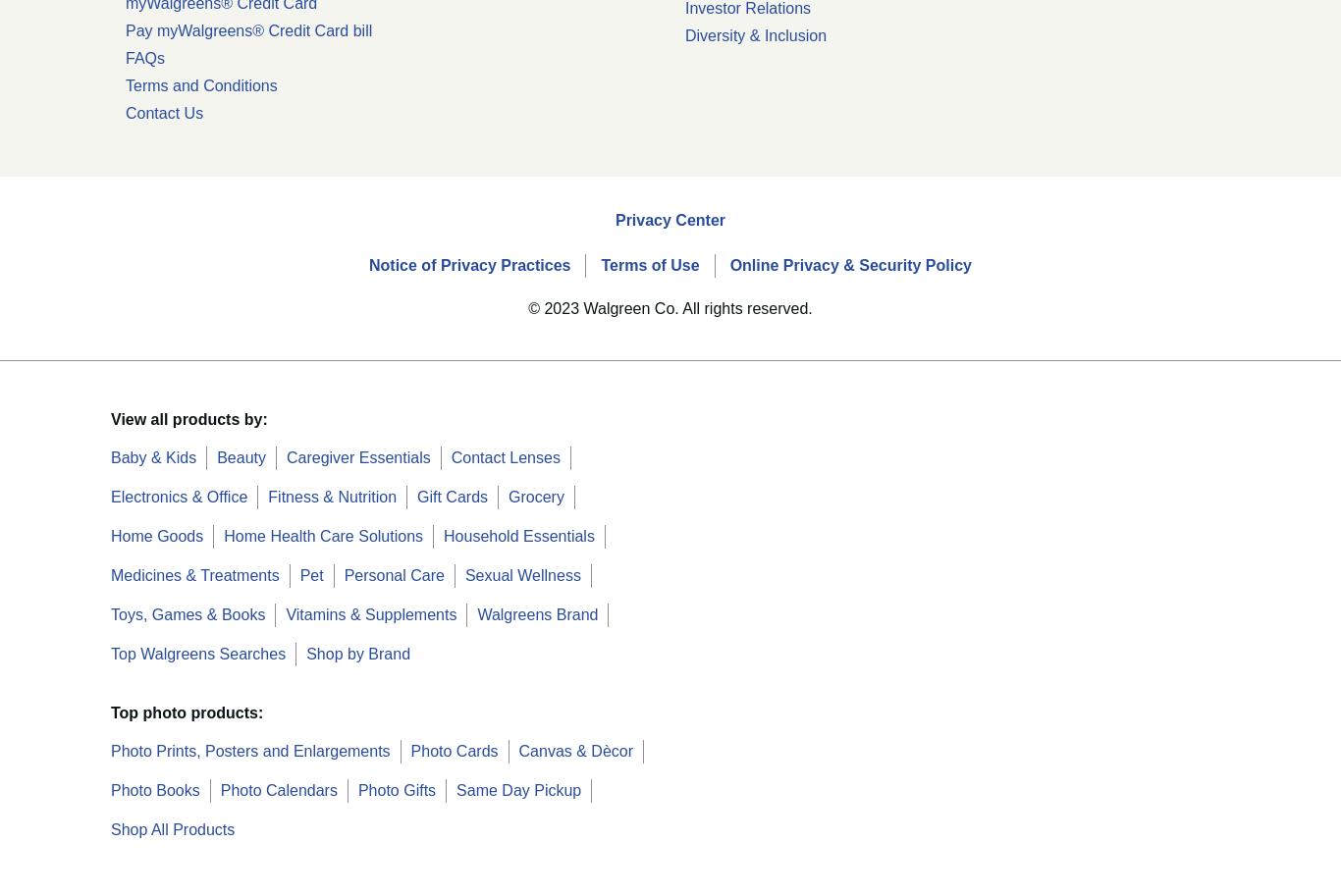 The height and width of the screenshot is (896, 1341). Describe the element at coordinates (268, 496) in the screenshot. I see `'Fitness & Nutrition'` at that location.